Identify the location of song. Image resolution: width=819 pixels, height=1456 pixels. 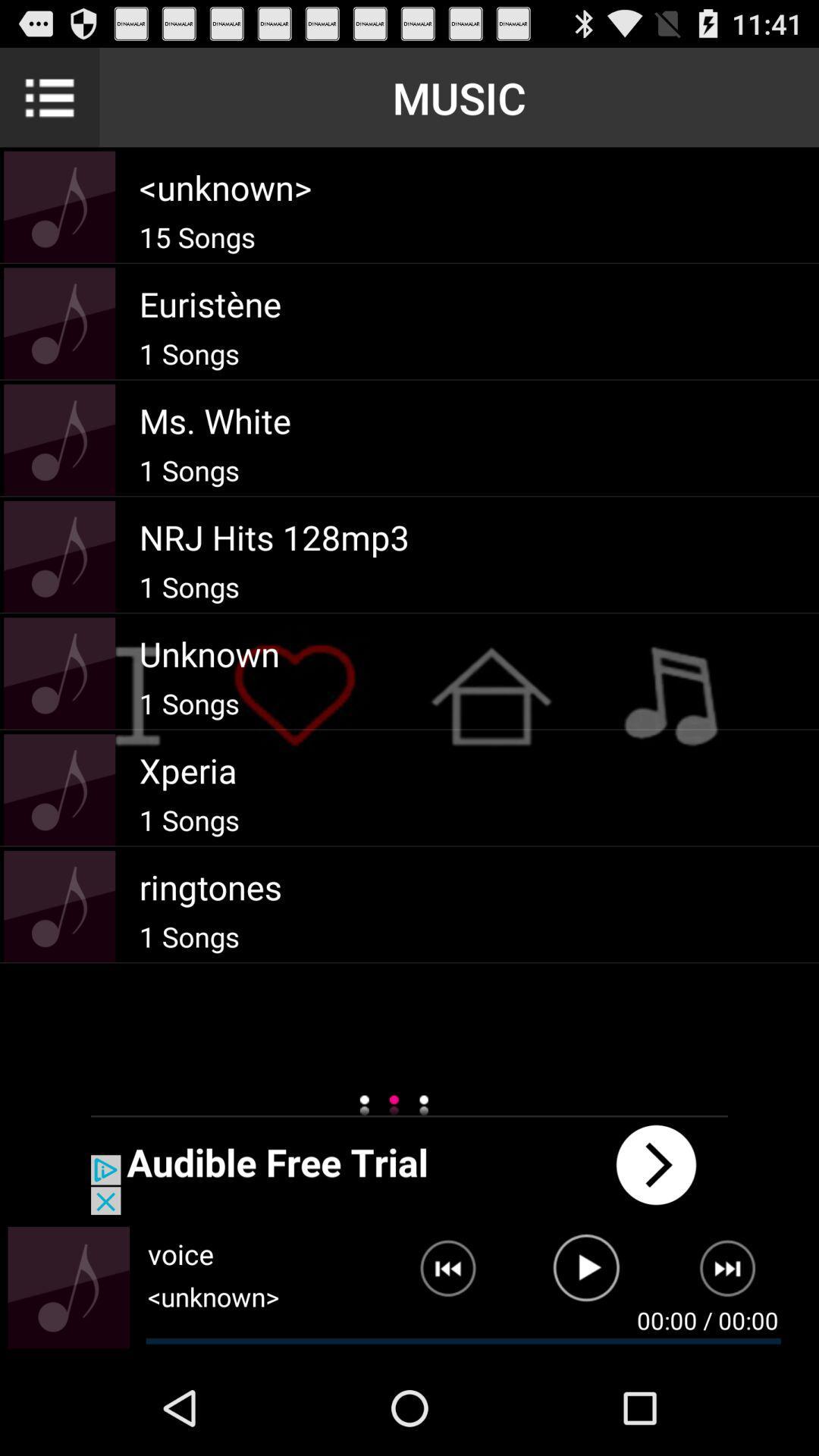
(585, 1274).